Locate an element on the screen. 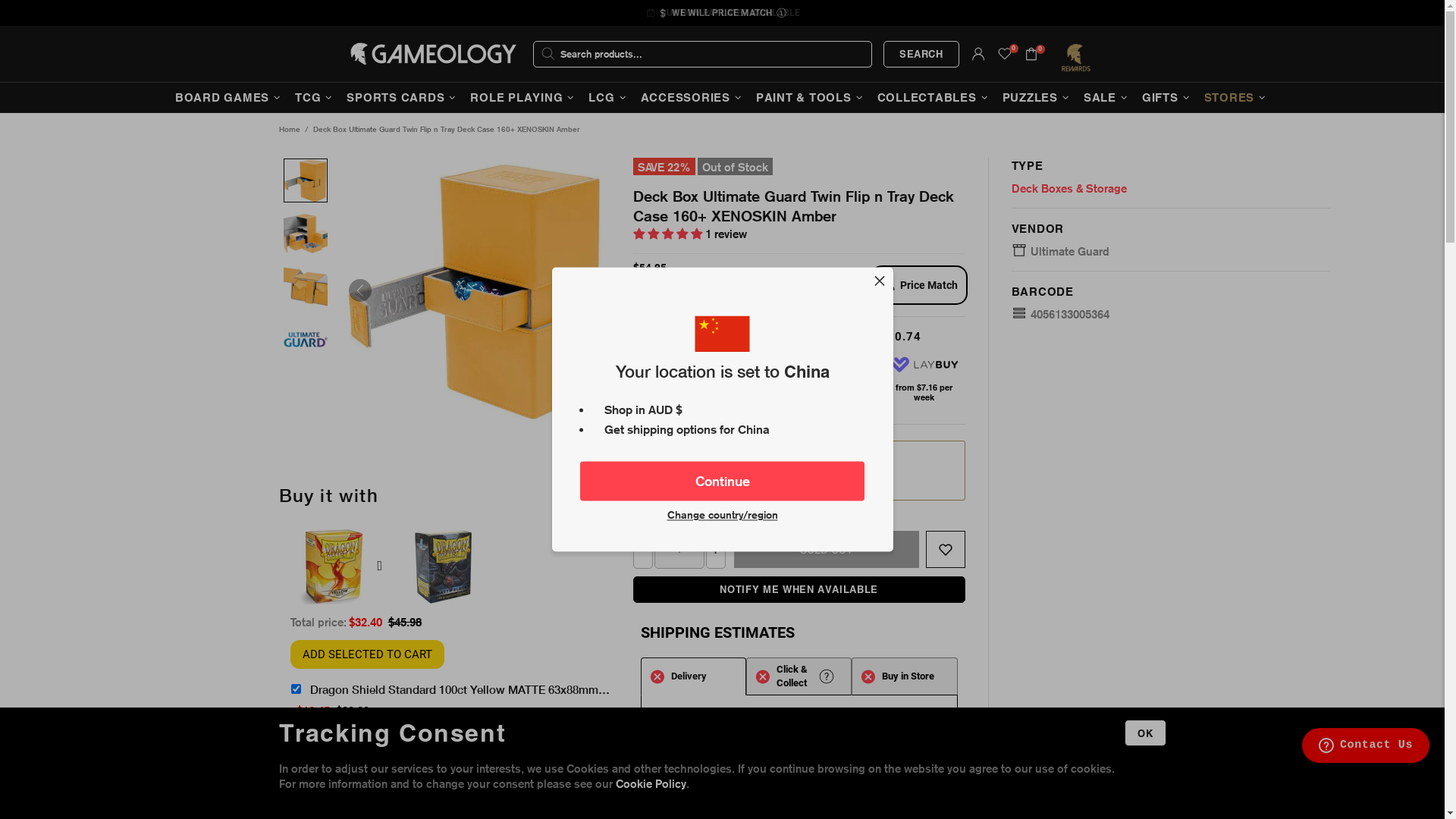 The height and width of the screenshot is (819, 1456). 'BOARD GAMES' is located at coordinates (228, 97).